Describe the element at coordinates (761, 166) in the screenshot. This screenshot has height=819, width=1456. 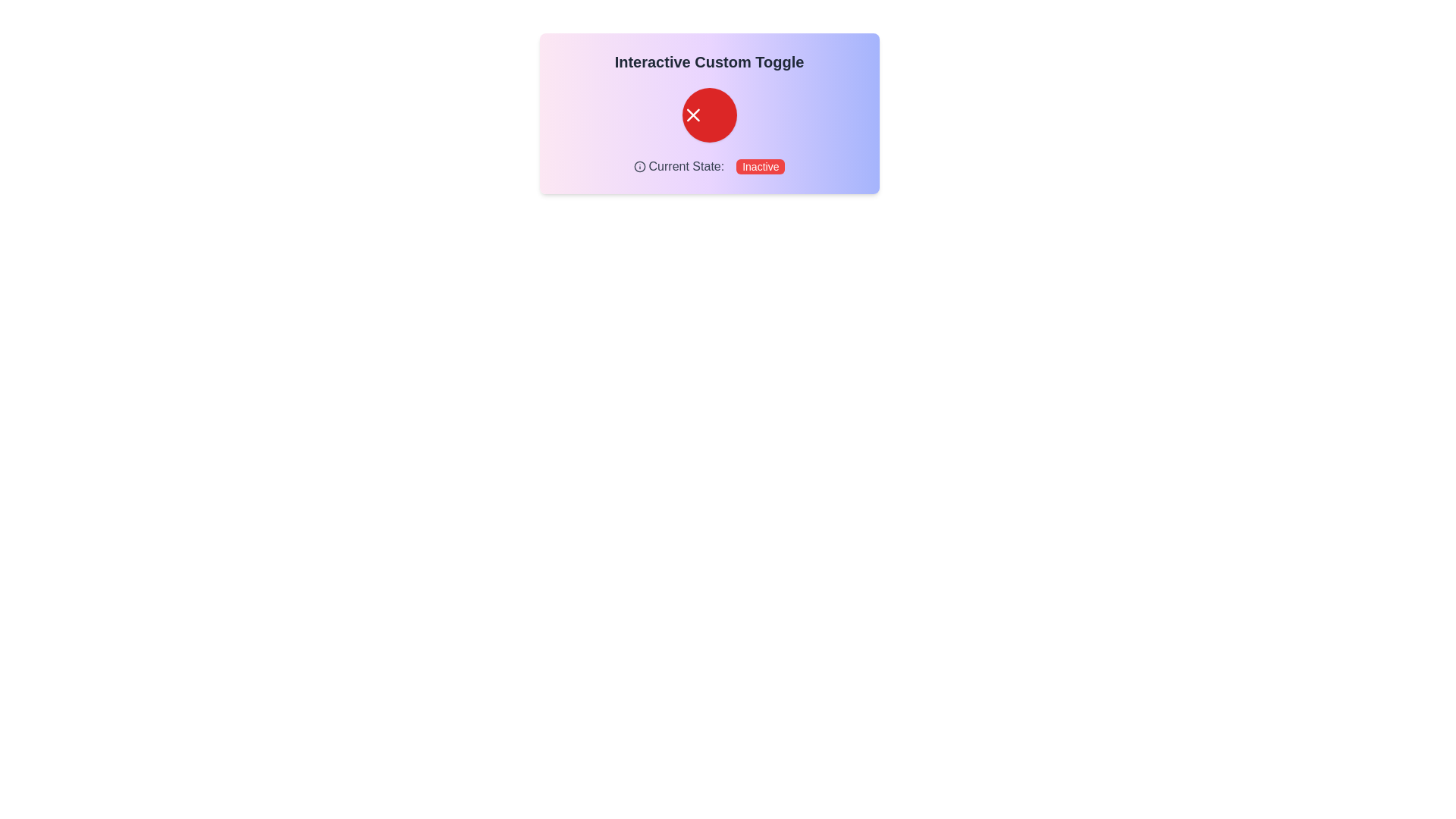
I see `the small red button with rounded corners that contains the text 'Inactive' in white, which indicates the current state` at that location.